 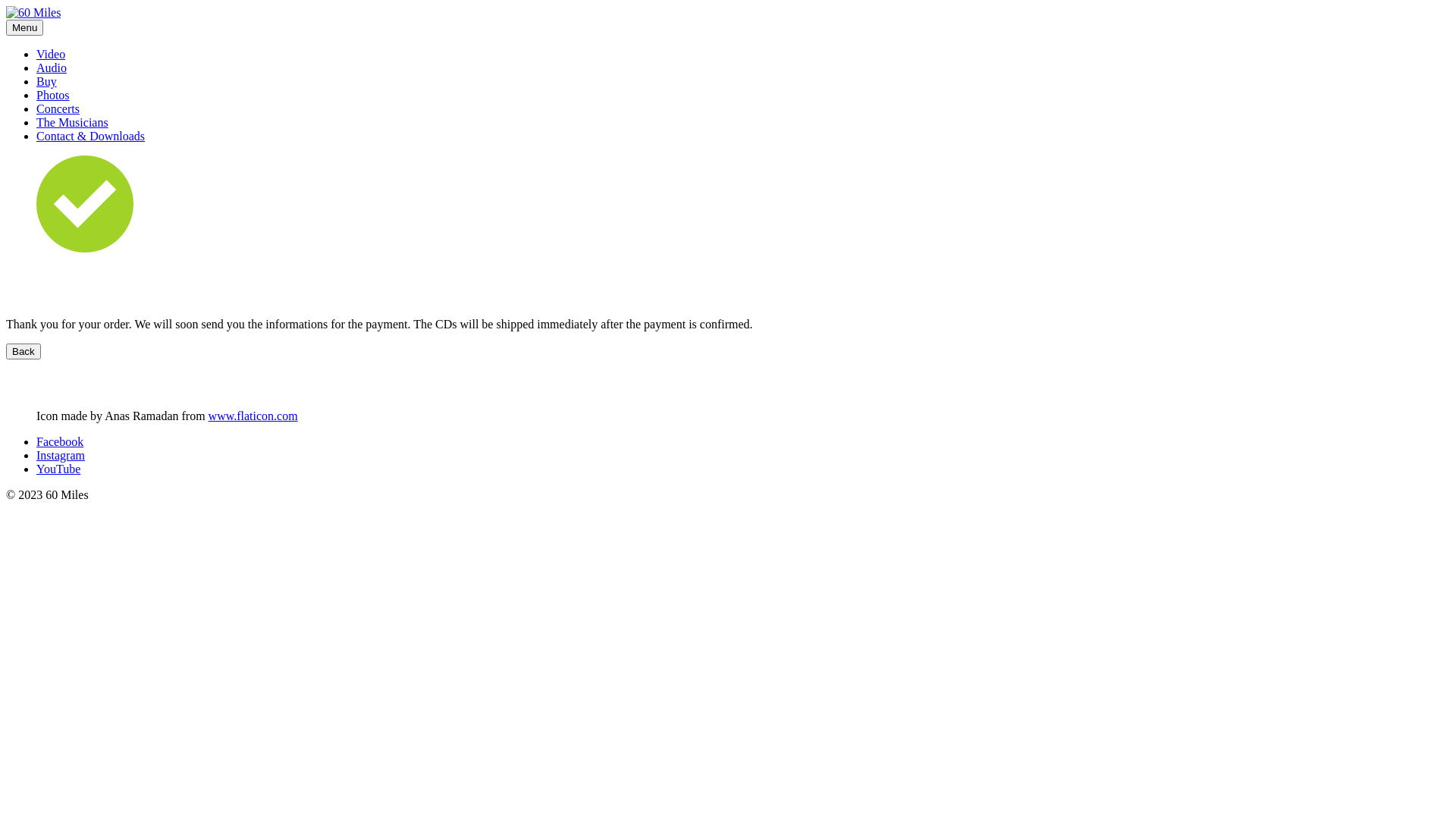 What do you see at coordinates (53, 95) in the screenshot?
I see `'Photos'` at bounding box center [53, 95].